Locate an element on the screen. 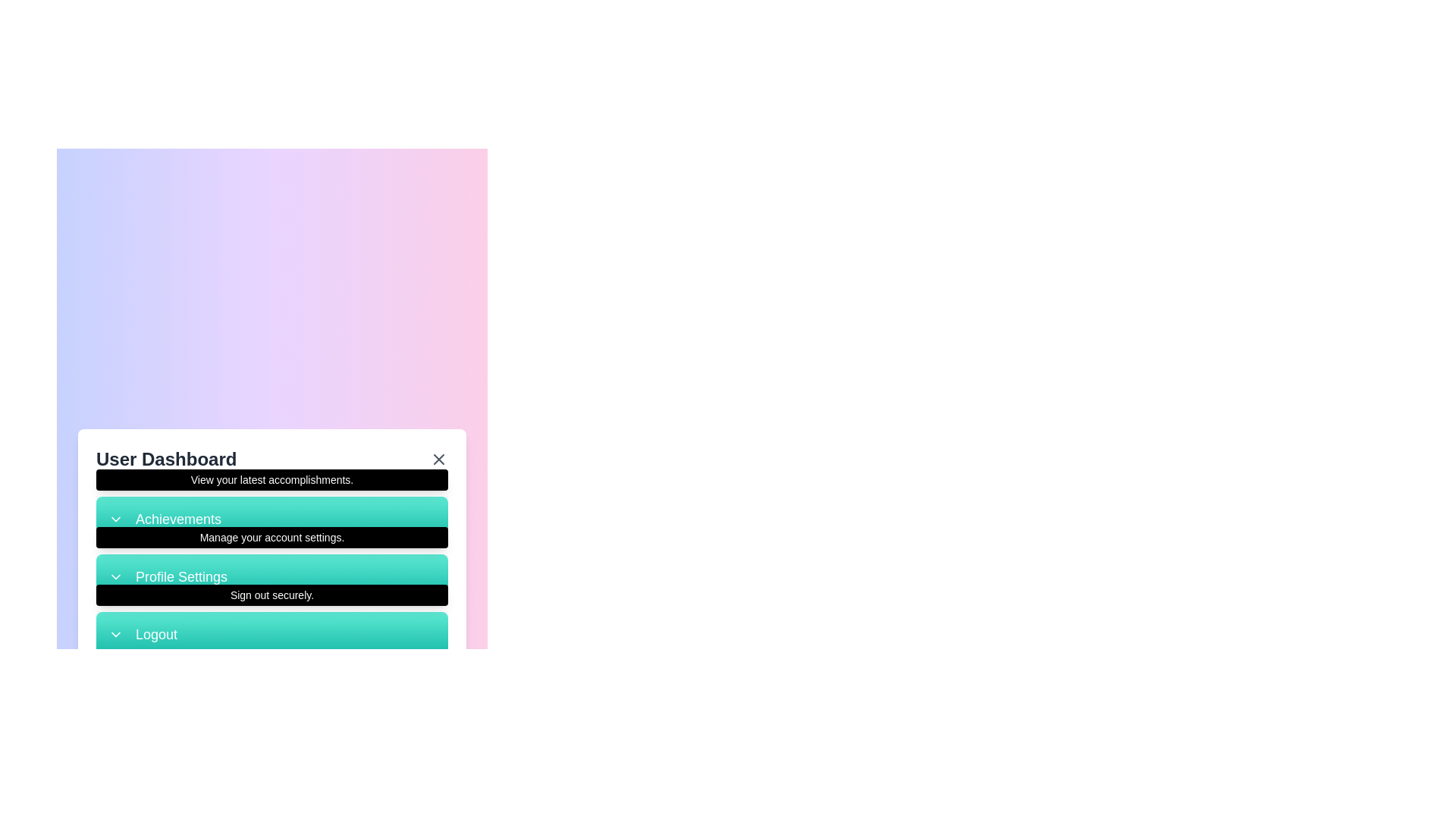  the 'Profile Settings' button is located at coordinates (272, 558).